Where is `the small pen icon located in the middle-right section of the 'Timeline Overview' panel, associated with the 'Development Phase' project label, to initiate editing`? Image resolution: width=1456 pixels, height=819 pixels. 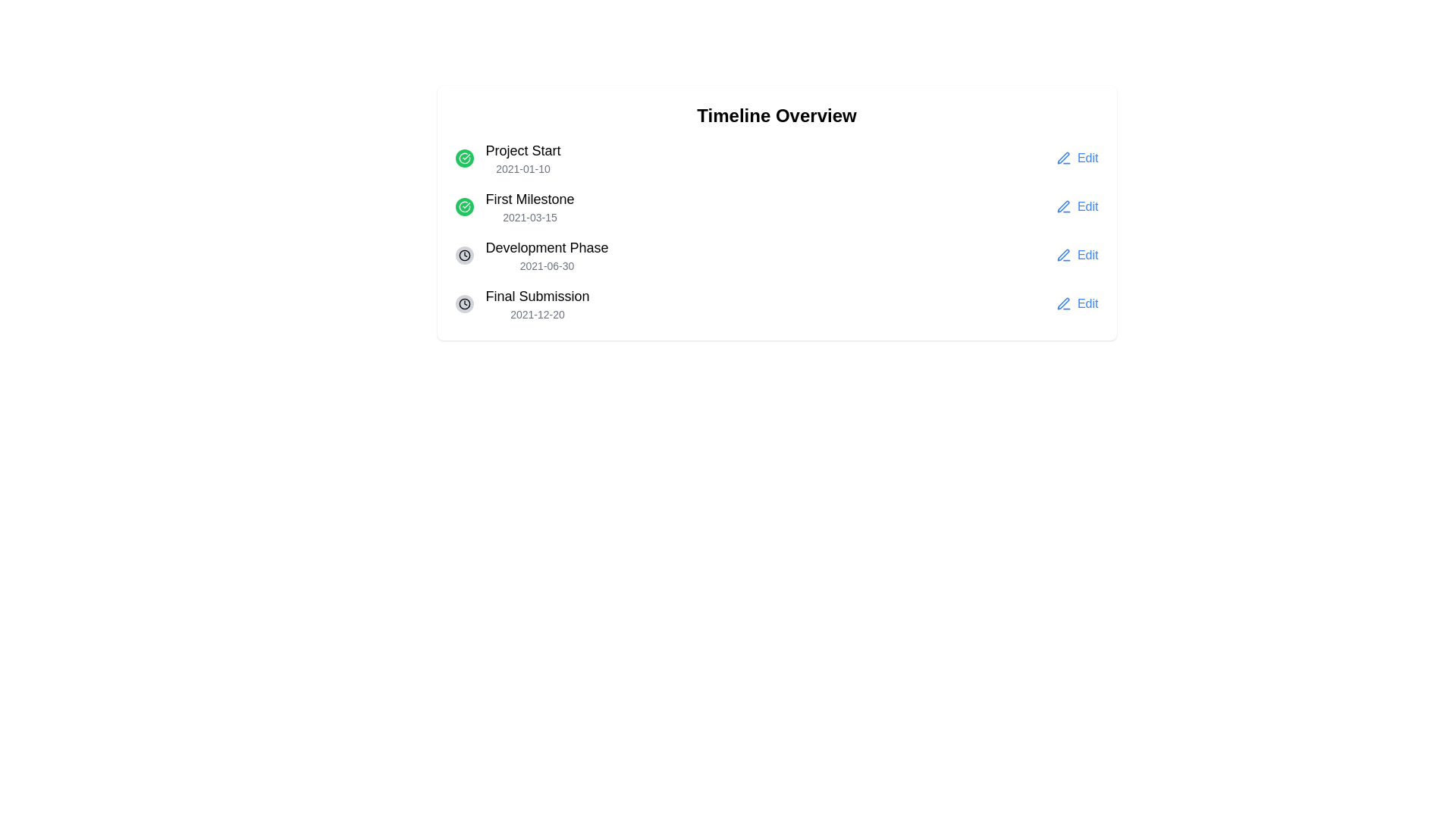 the small pen icon located in the middle-right section of the 'Timeline Overview' panel, associated with the 'Development Phase' project label, to initiate editing is located at coordinates (1062, 254).